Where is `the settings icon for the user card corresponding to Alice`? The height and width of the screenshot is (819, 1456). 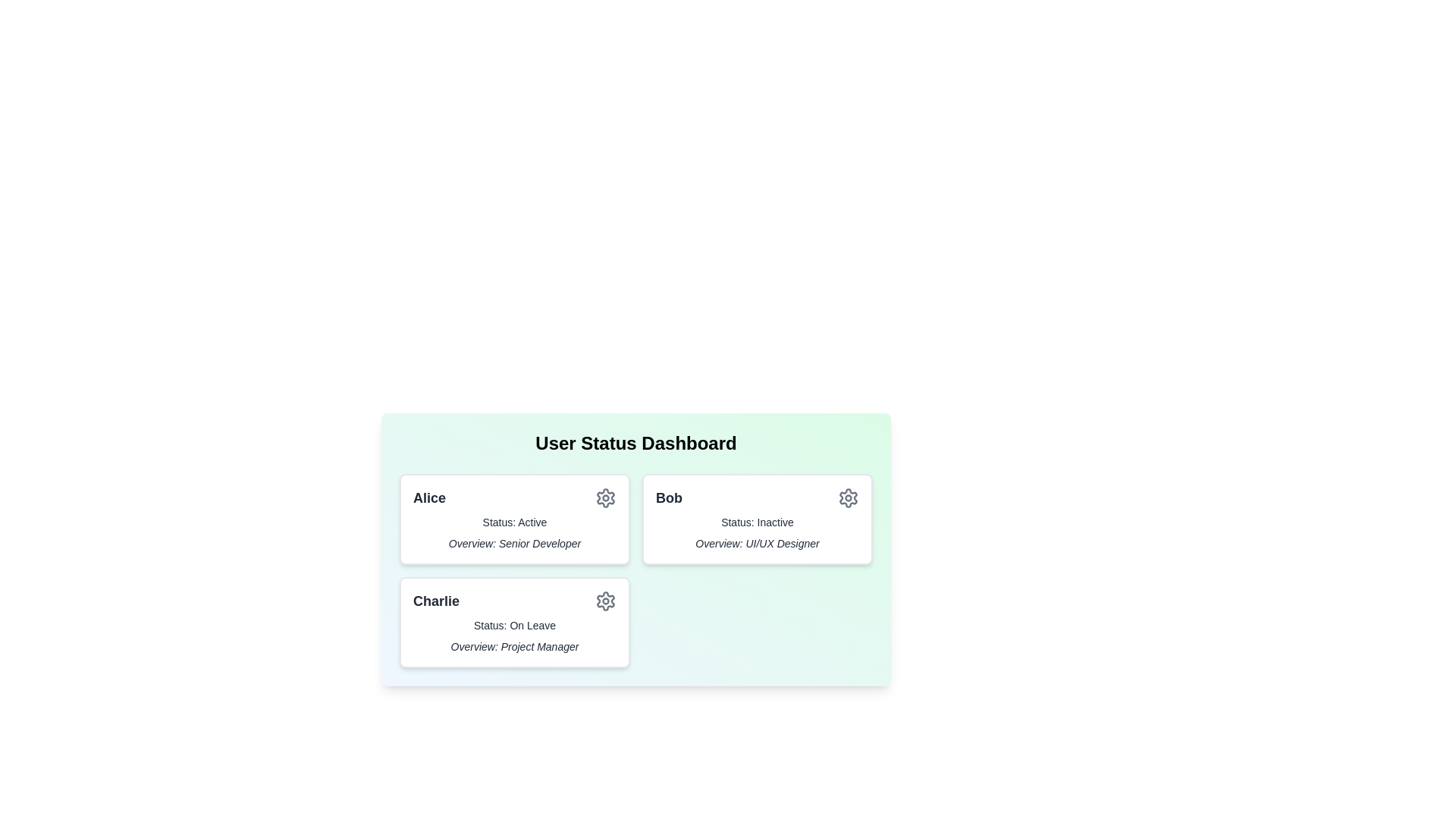
the settings icon for the user card corresponding to Alice is located at coordinates (604, 497).